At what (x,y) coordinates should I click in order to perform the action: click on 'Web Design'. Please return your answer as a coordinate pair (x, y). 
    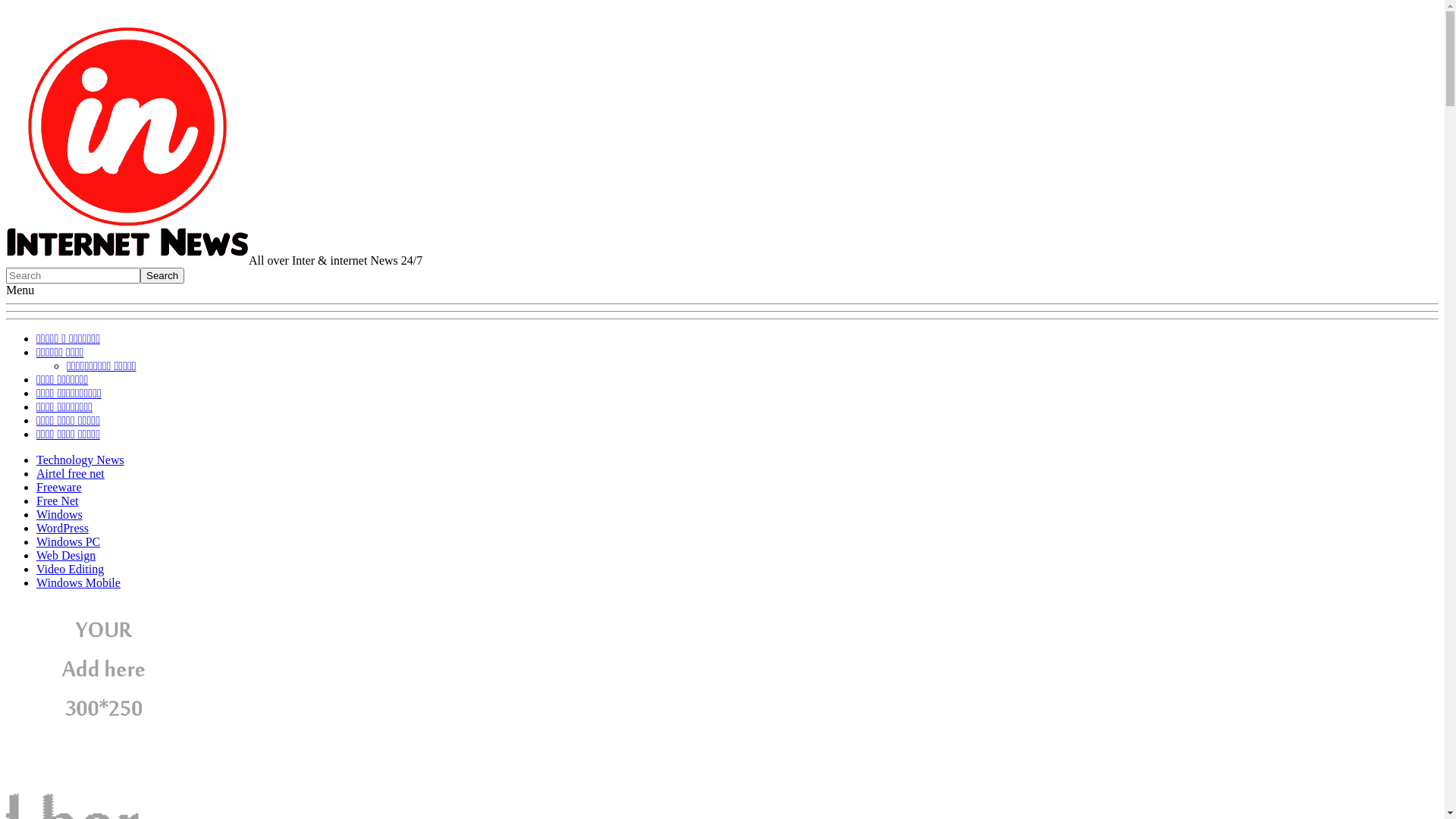
    Looking at the image, I should click on (64, 555).